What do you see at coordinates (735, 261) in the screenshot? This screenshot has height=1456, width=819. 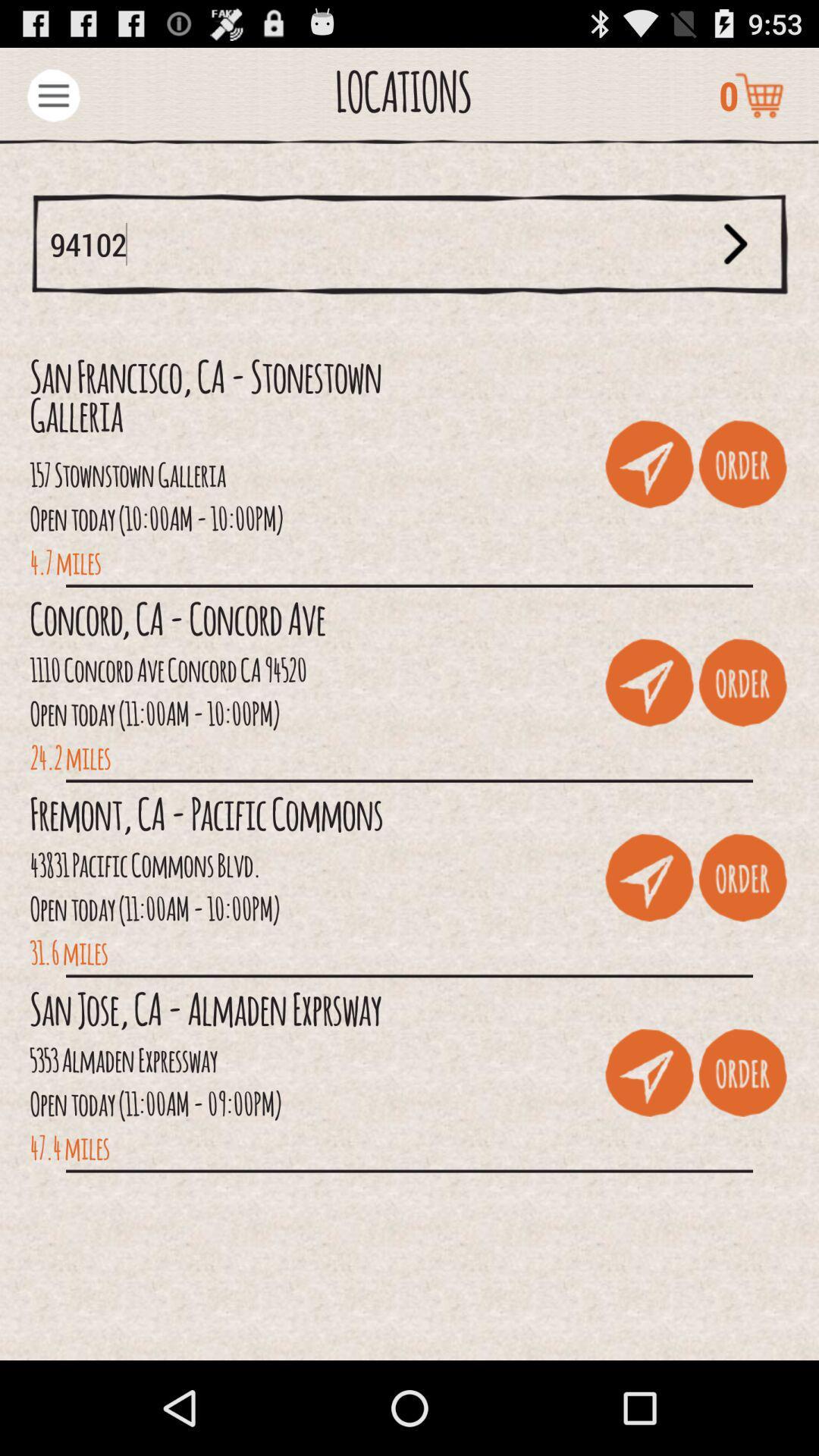 I see `the play icon` at bounding box center [735, 261].